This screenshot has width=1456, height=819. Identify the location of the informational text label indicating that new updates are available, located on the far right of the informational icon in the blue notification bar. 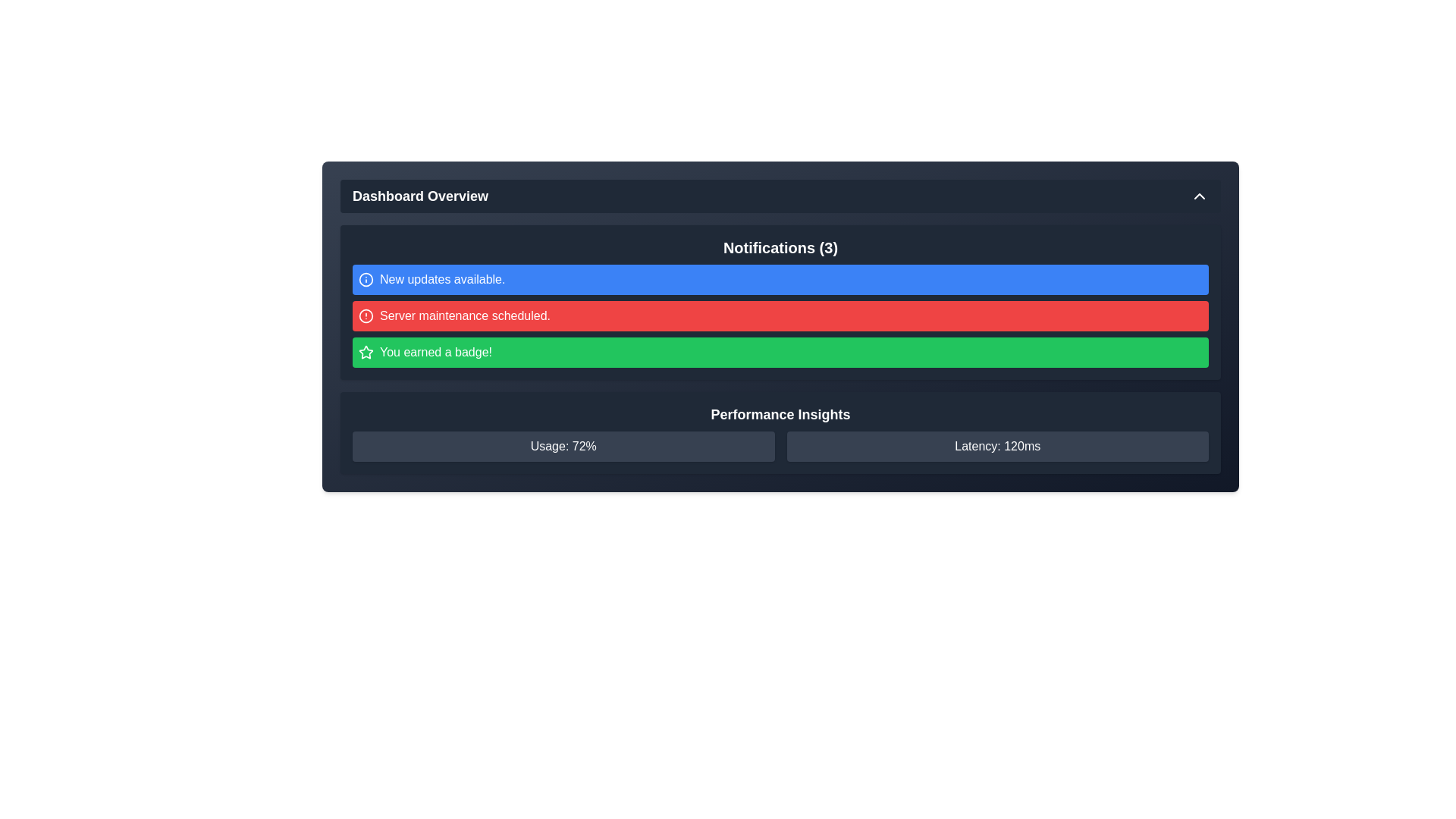
(441, 280).